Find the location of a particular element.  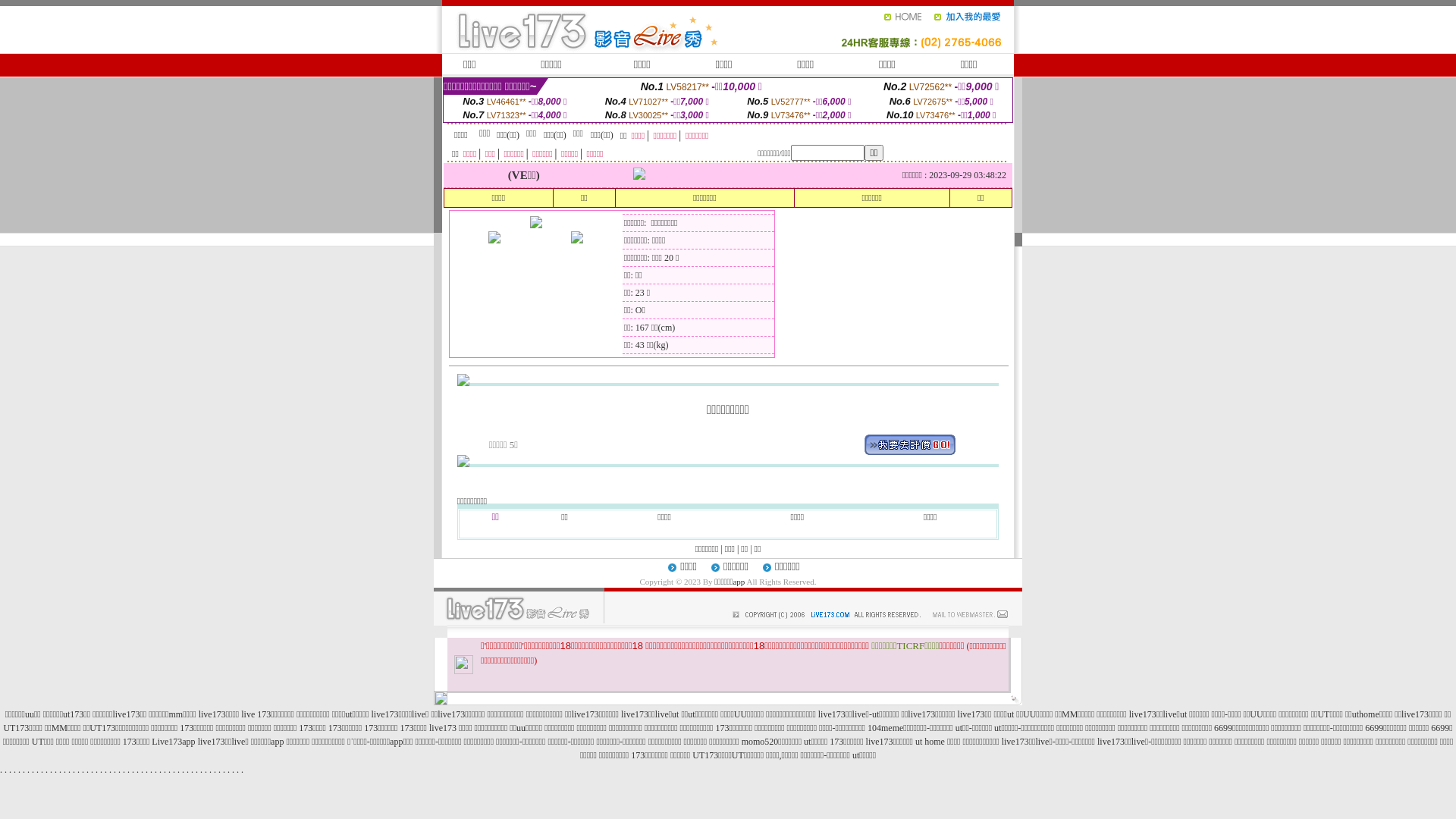

'.' is located at coordinates (64, 769).